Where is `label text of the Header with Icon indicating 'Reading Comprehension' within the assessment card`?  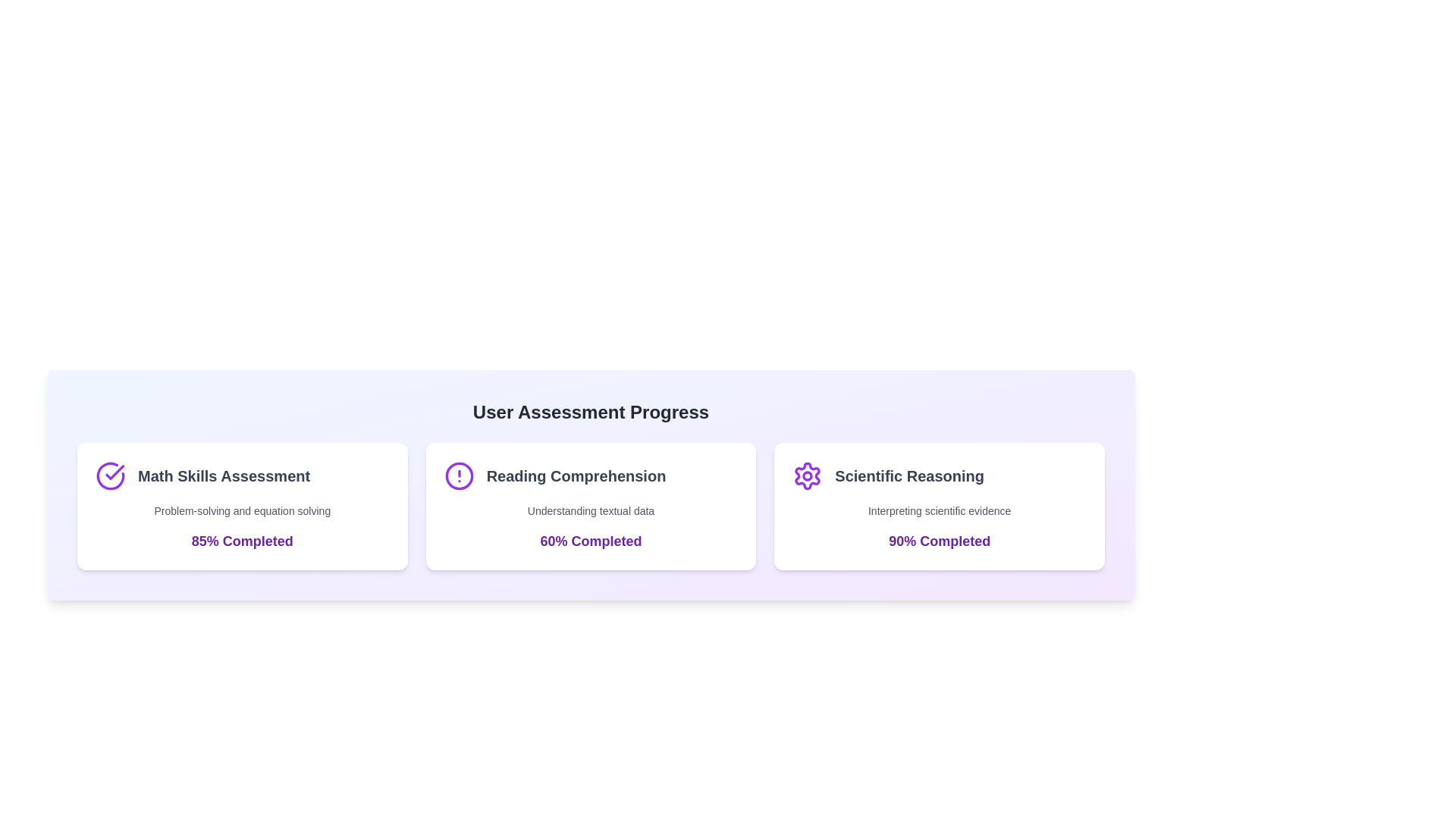 label text of the Header with Icon indicating 'Reading Comprehension' within the assessment card is located at coordinates (590, 475).